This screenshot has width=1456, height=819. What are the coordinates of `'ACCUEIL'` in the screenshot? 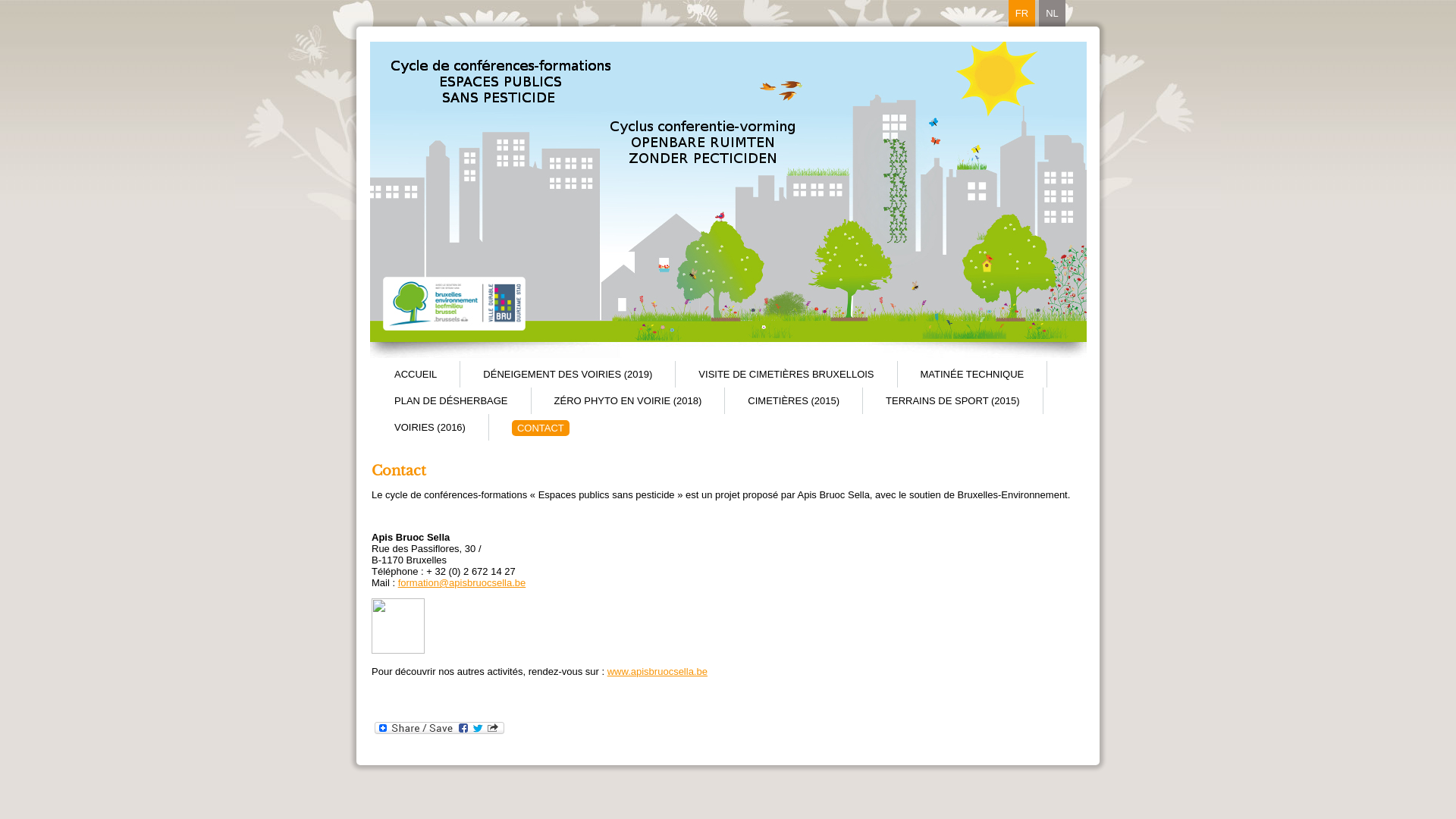 It's located at (415, 374).